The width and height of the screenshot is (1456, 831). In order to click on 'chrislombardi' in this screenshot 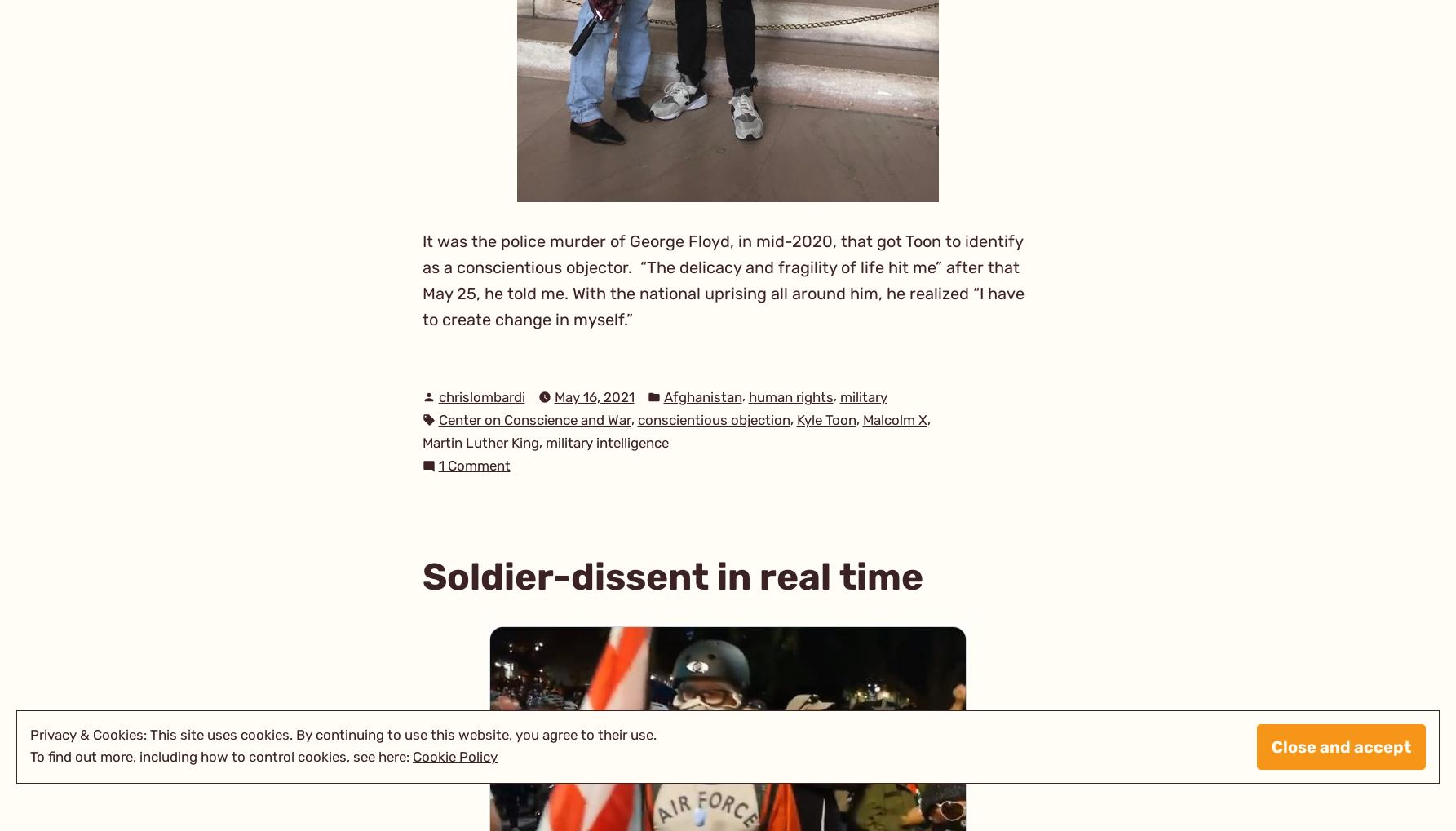, I will do `click(480, 395)`.